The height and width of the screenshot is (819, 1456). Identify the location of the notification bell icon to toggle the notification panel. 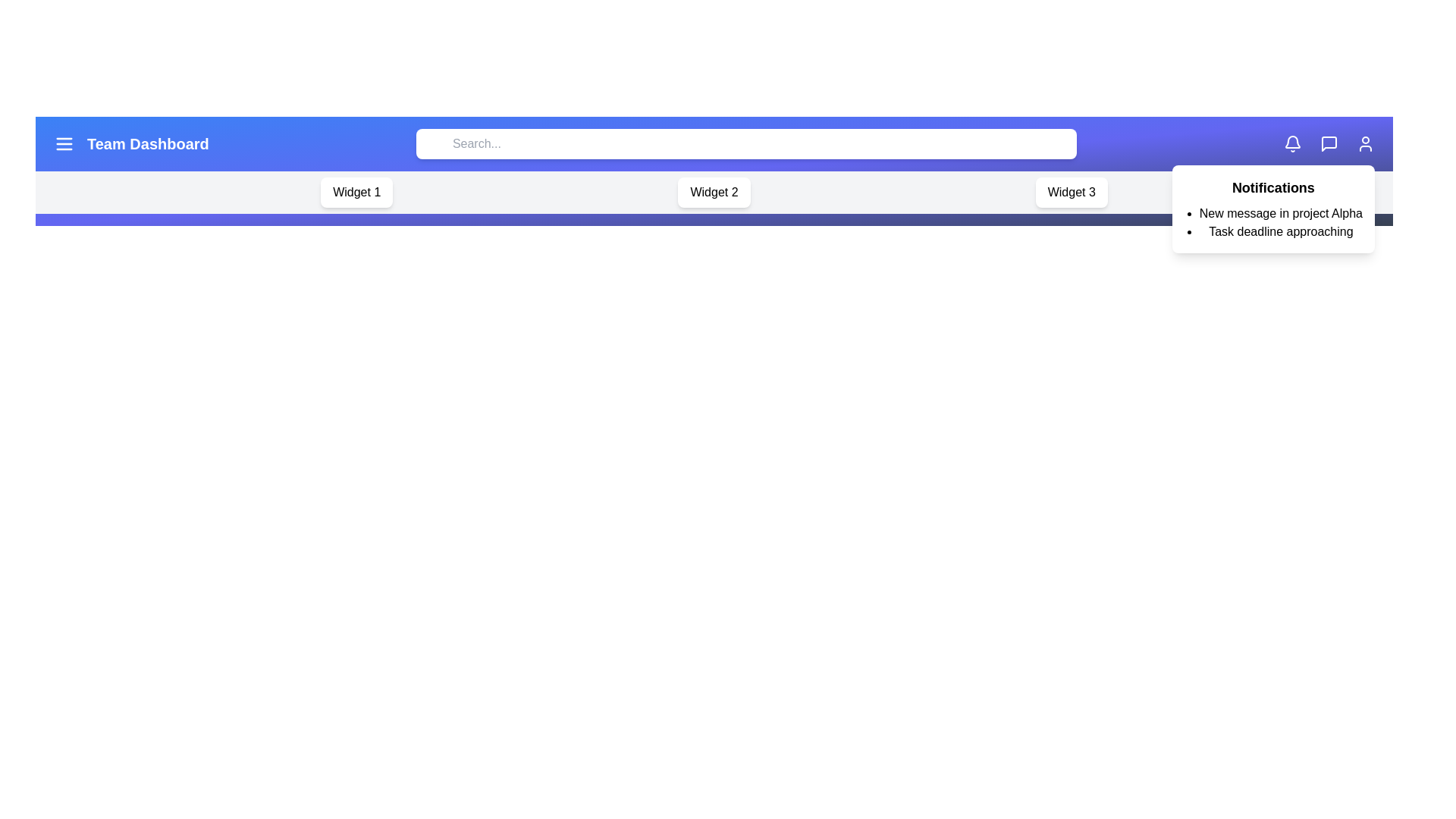
(1291, 143).